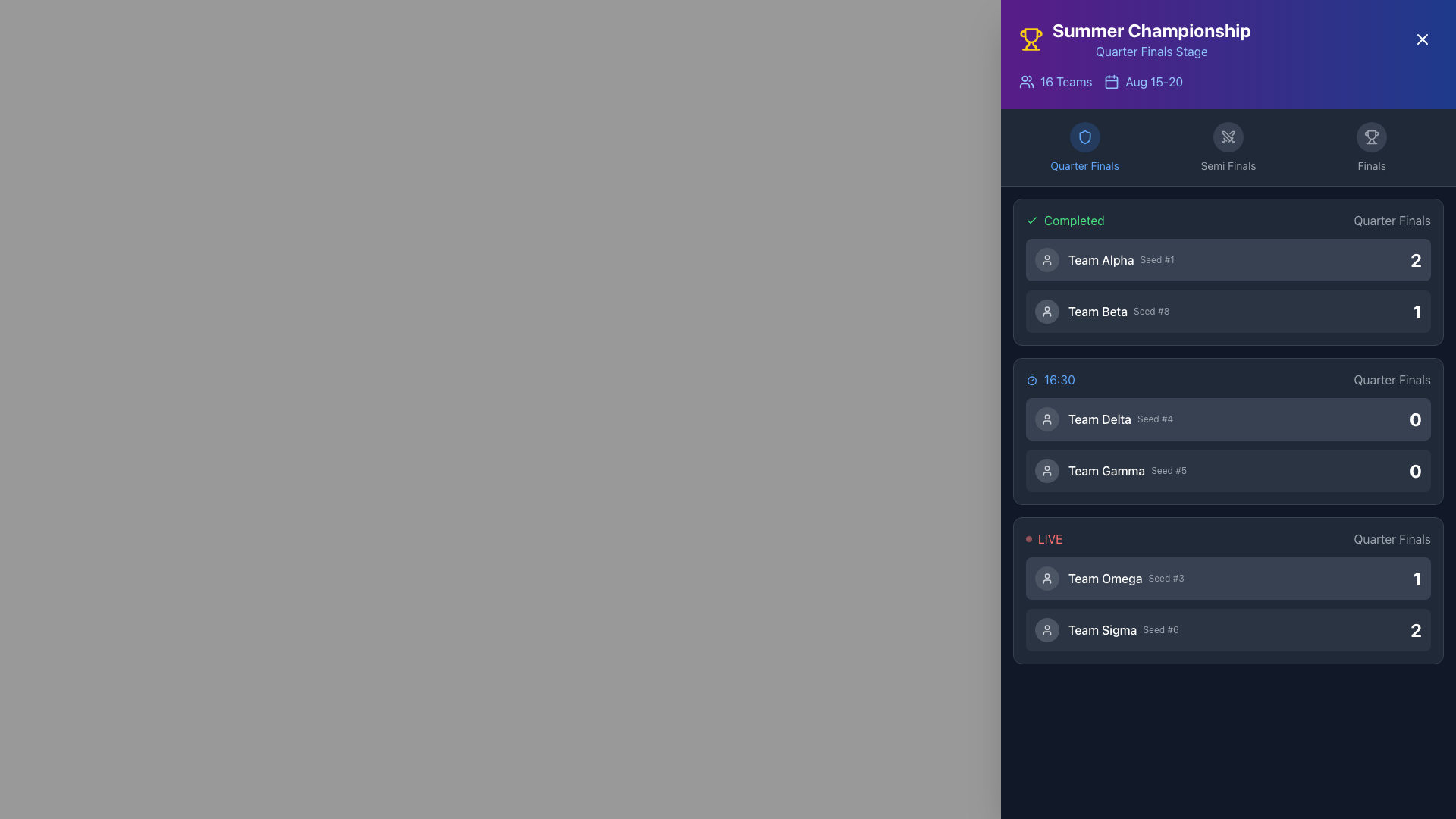  Describe the element at coordinates (1084, 148) in the screenshot. I see `the 'Quarter Finals' tab` at that location.